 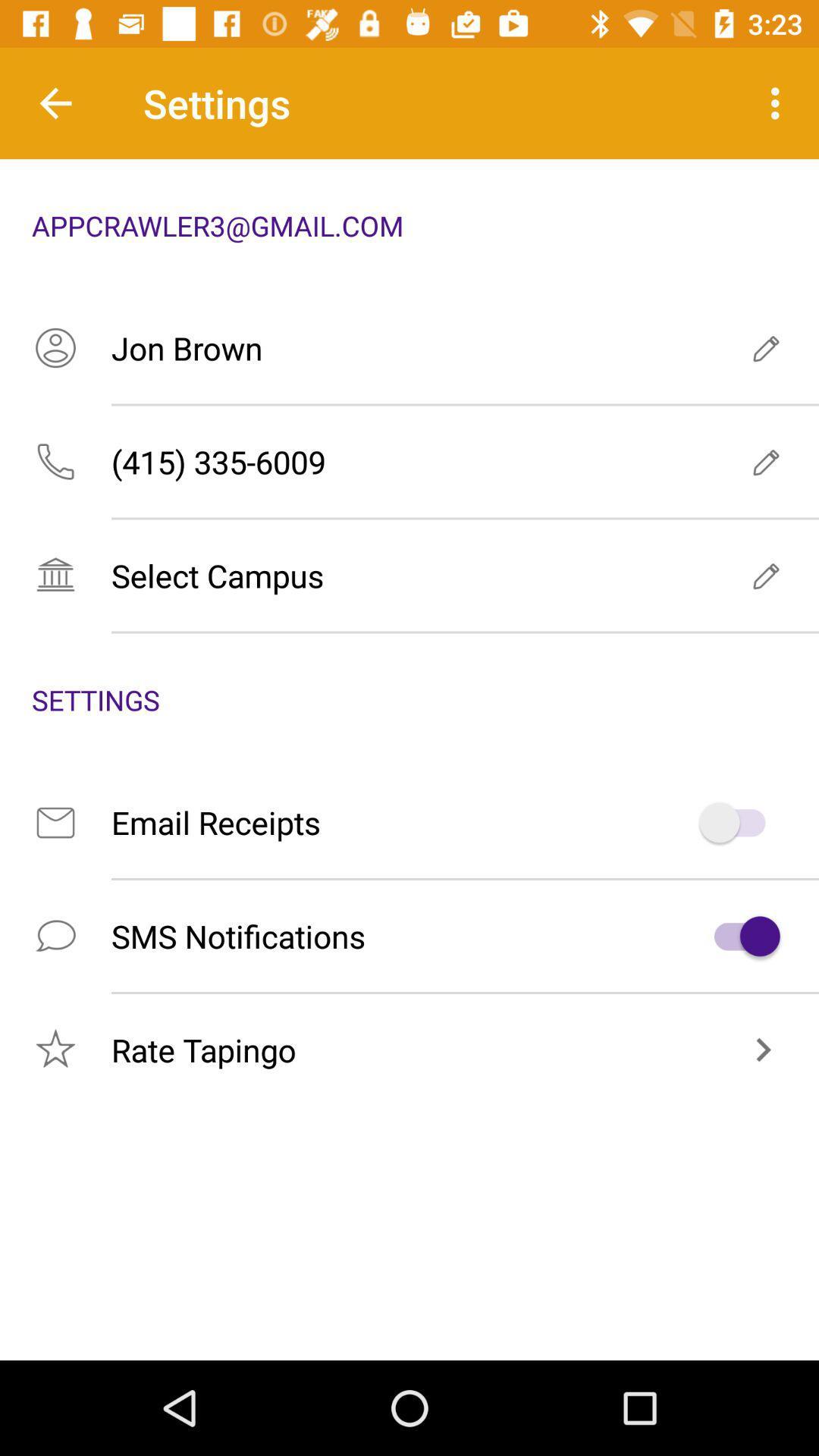 What do you see at coordinates (409, 461) in the screenshot?
I see `(415) 335-6009 item` at bounding box center [409, 461].